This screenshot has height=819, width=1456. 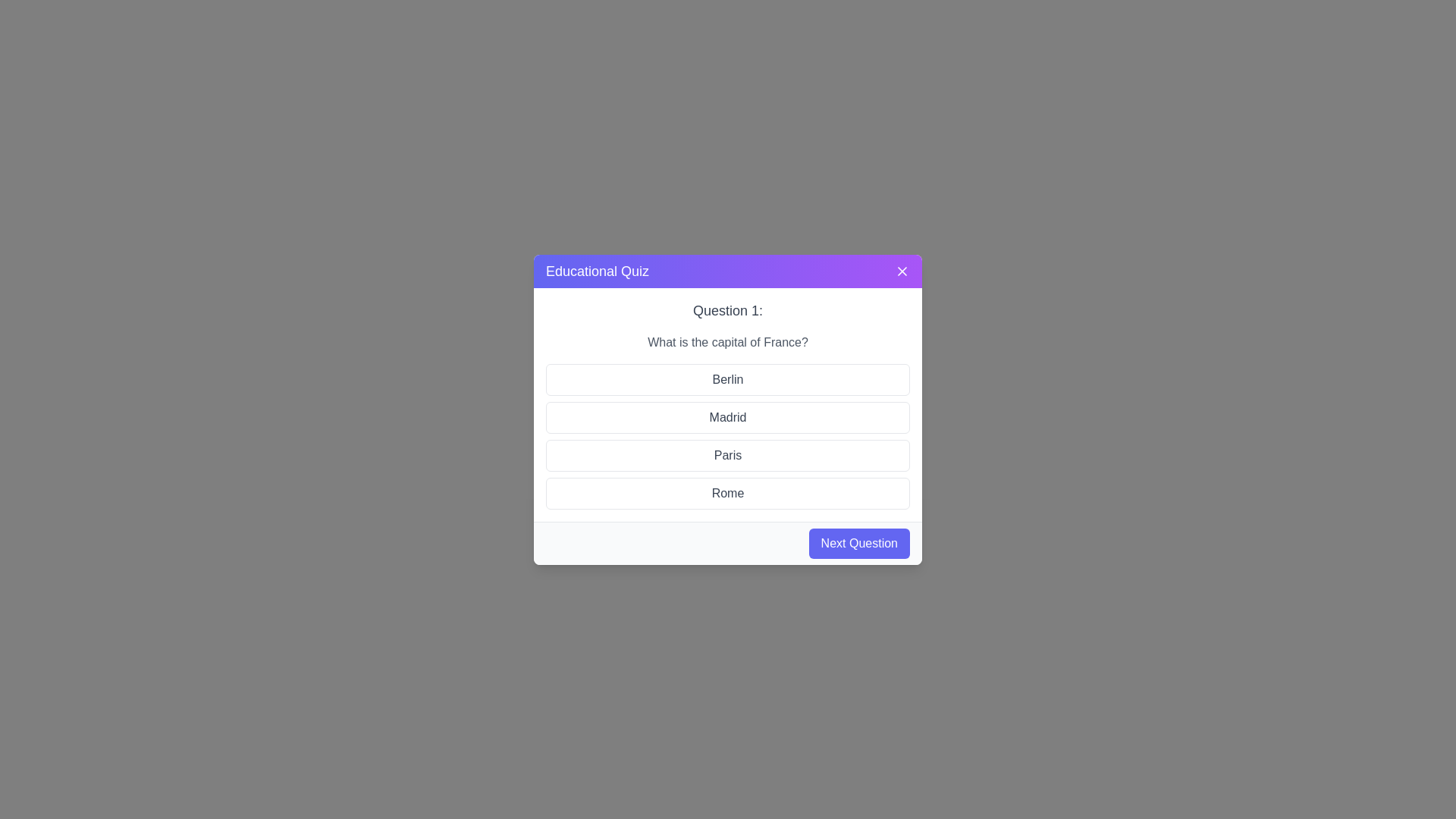 What do you see at coordinates (902, 270) in the screenshot?
I see `the close button, which is a diagonal cross icon located in the top-right corner of the purple header next to the 'Educational Quiz' text` at bounding box center [902, 270].